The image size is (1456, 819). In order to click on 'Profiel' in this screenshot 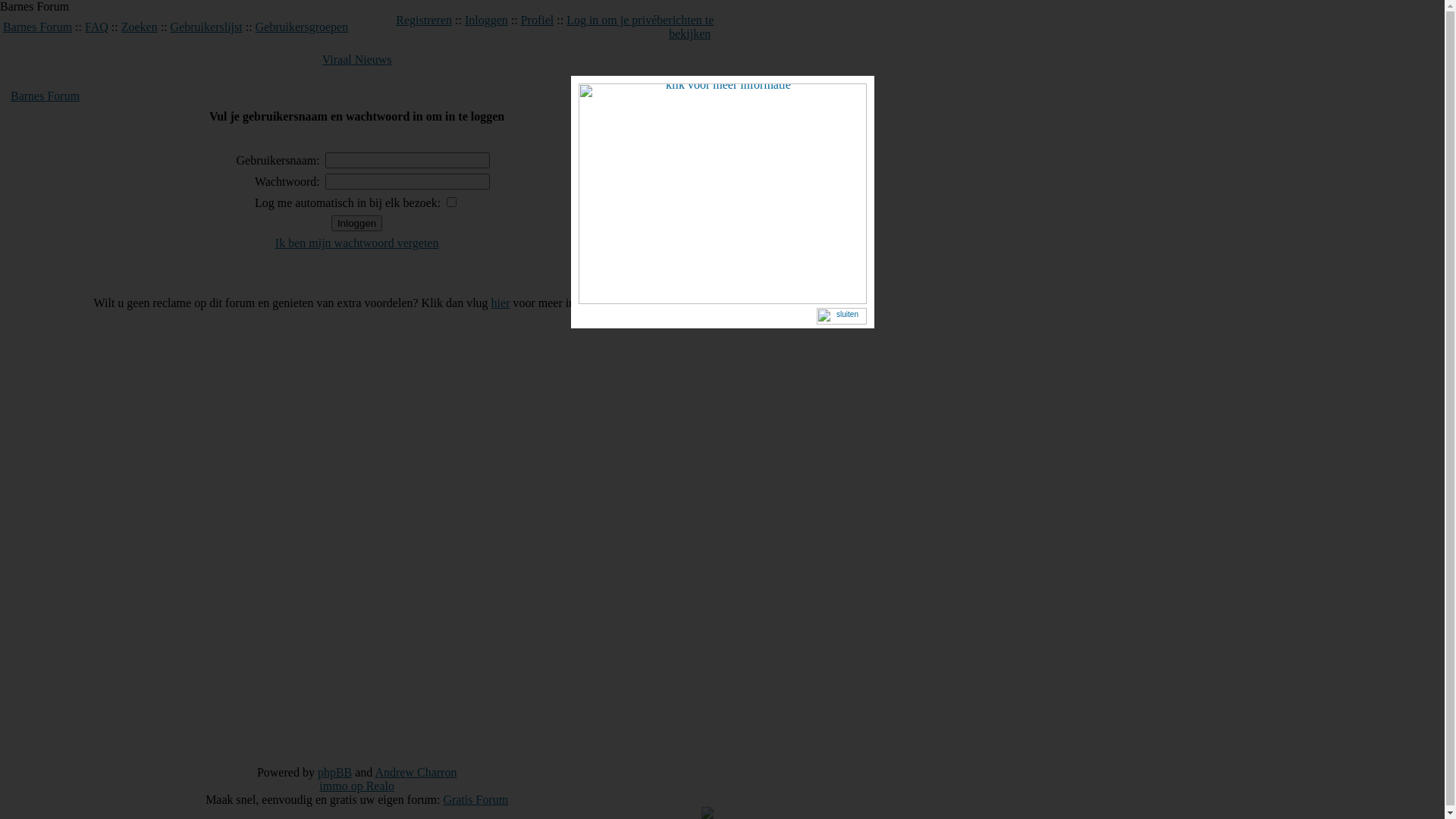, I will do `click(520, 20)`.